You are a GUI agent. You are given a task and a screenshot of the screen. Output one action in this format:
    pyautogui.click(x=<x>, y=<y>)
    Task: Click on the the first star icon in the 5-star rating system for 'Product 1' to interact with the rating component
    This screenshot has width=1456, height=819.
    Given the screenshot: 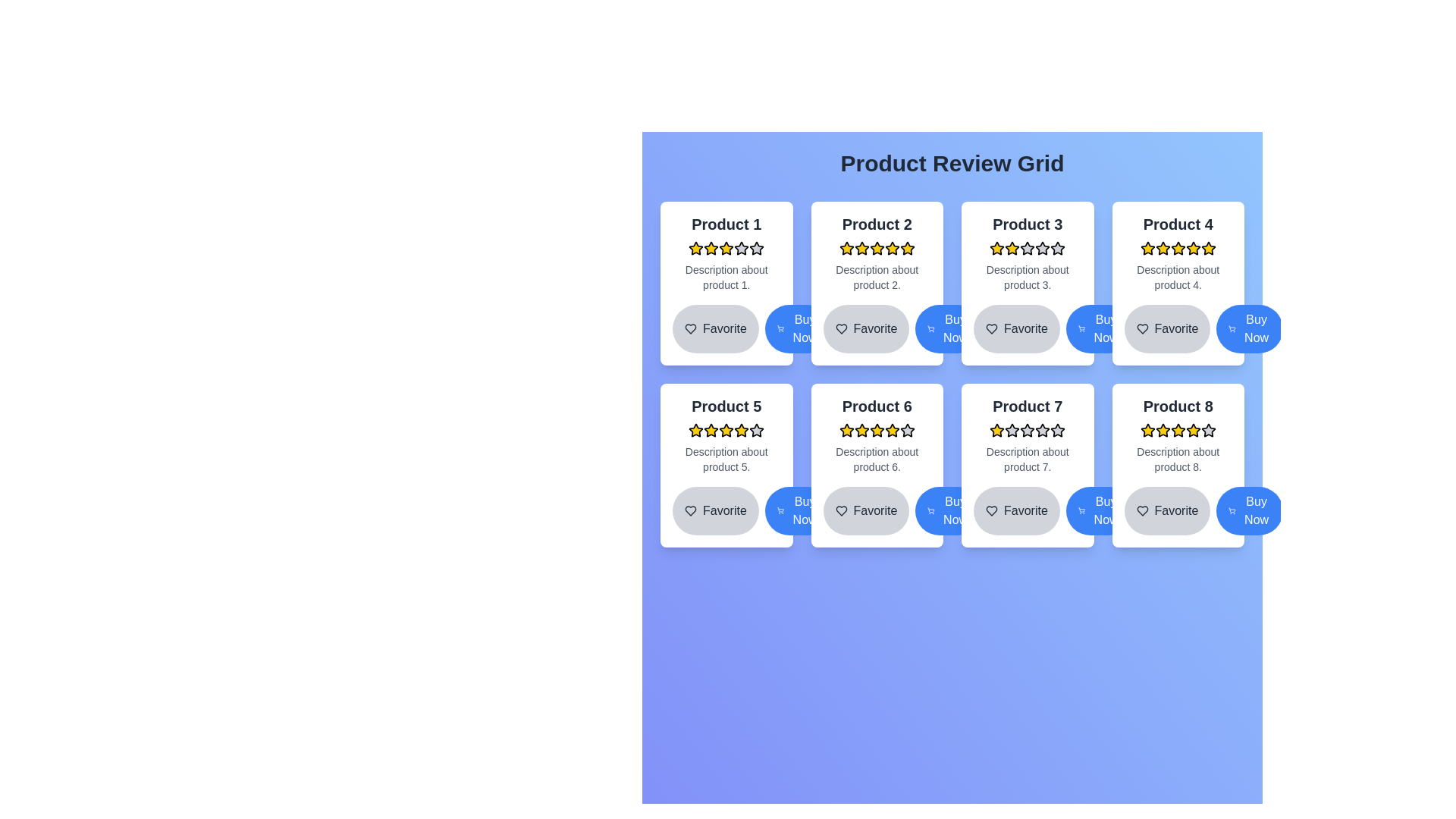 What is the action you would take?
    pyautogui.click(x=695, y=247)
    